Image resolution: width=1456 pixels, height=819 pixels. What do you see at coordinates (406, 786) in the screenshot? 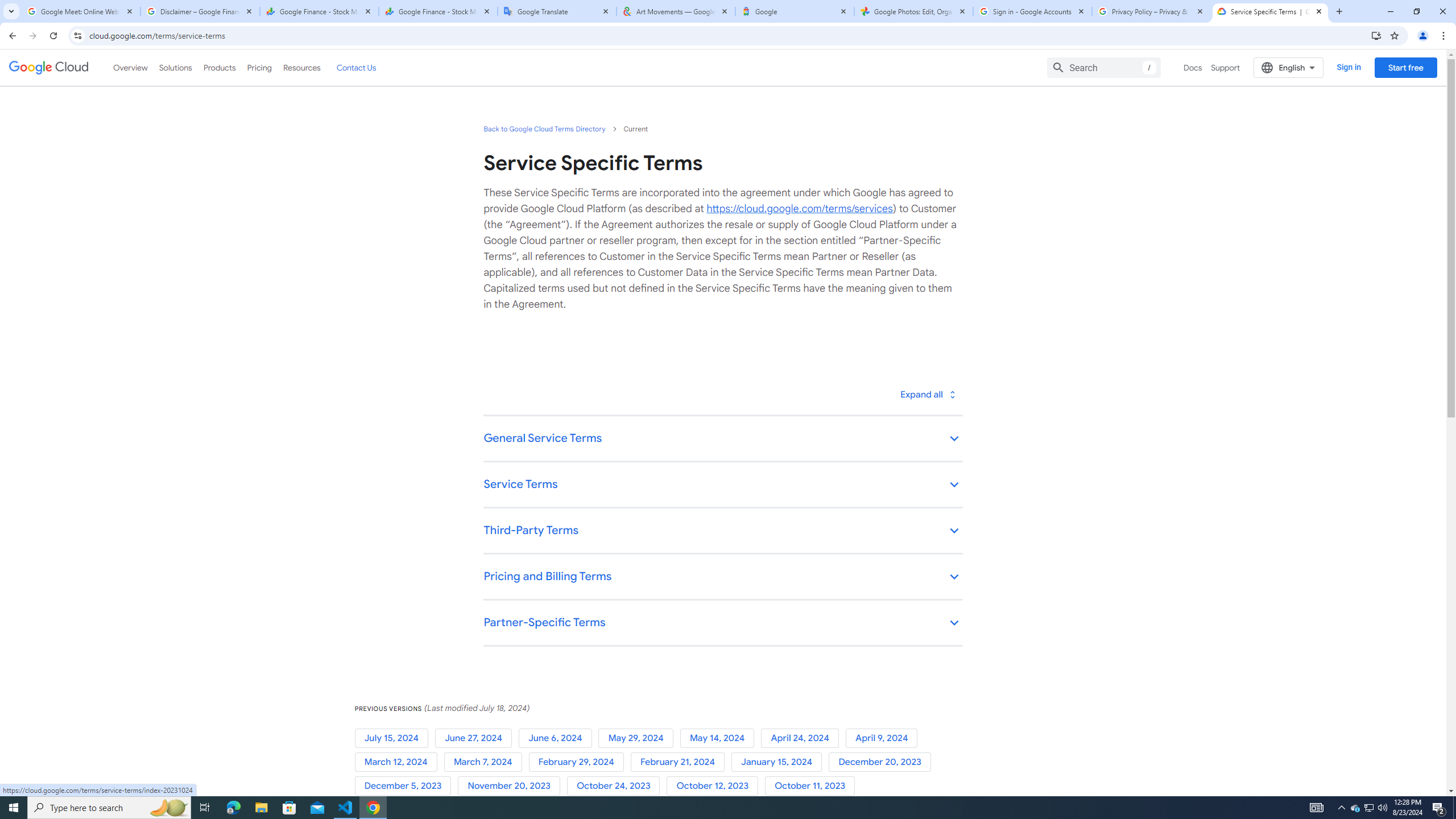
I see `'December 5, 2023'` at bounding box center [406, 786].